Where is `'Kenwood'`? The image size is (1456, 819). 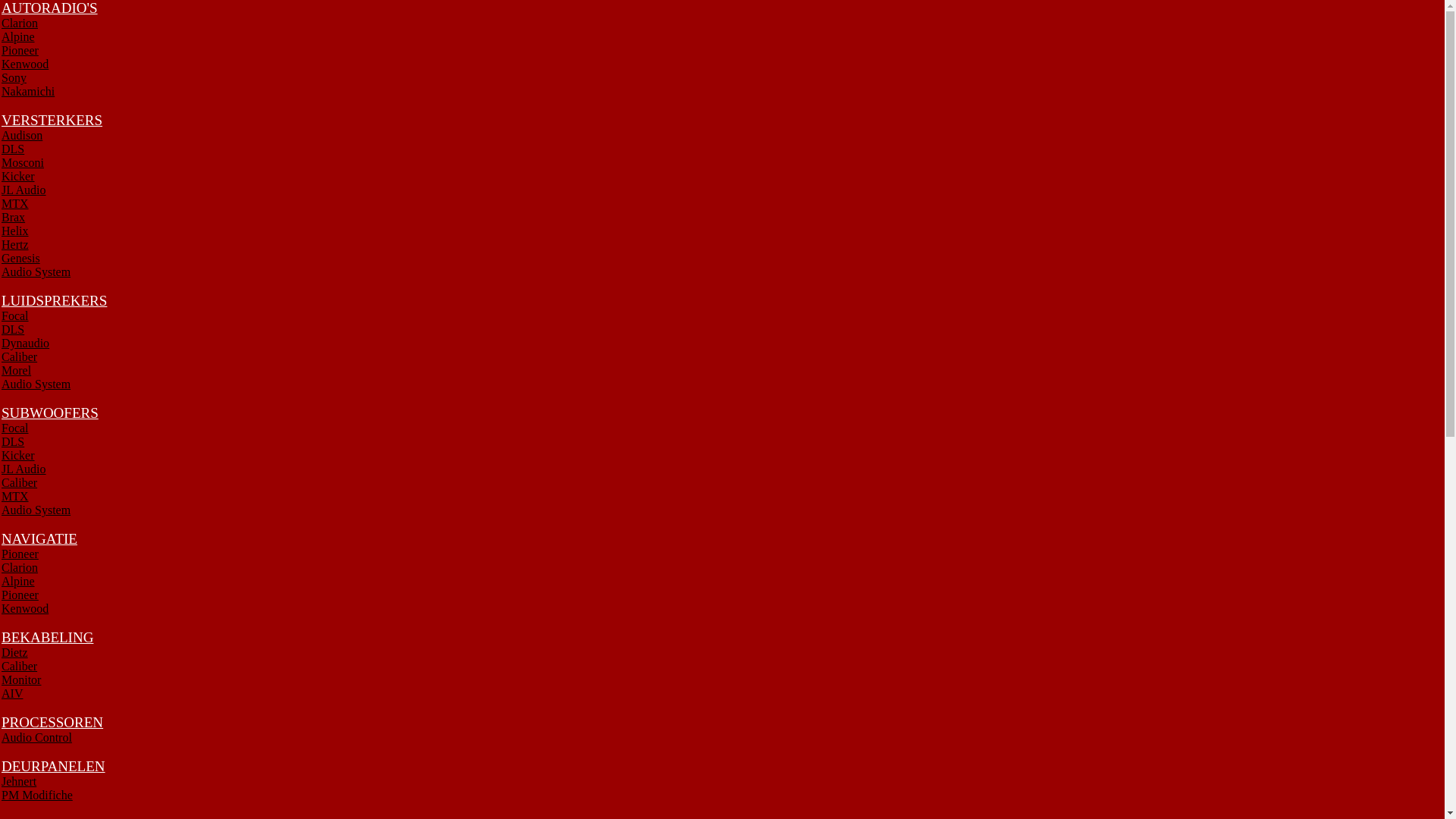
'Kenwood' is located at coordinates (25, 63).